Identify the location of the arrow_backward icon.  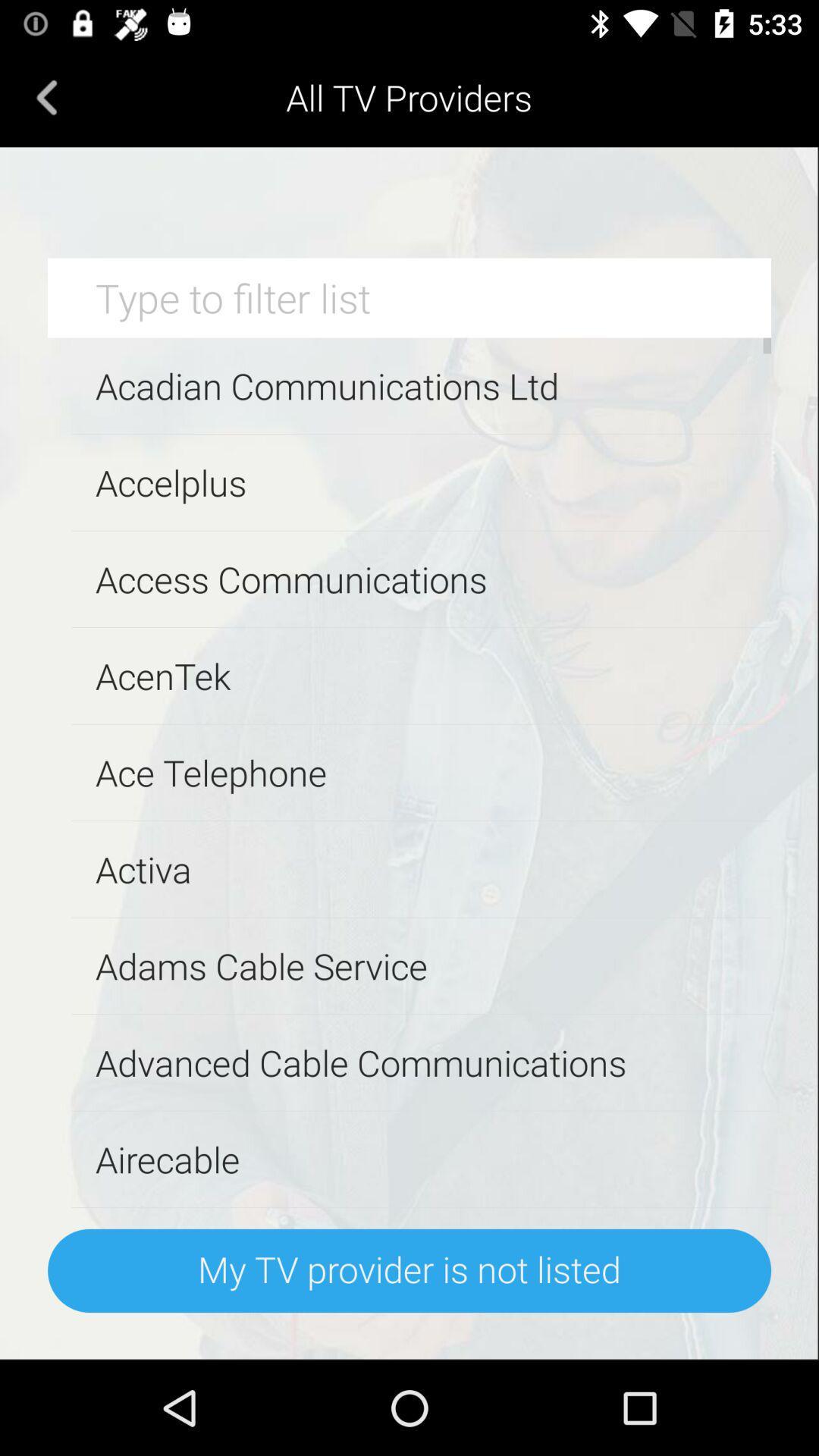
(46, 96).